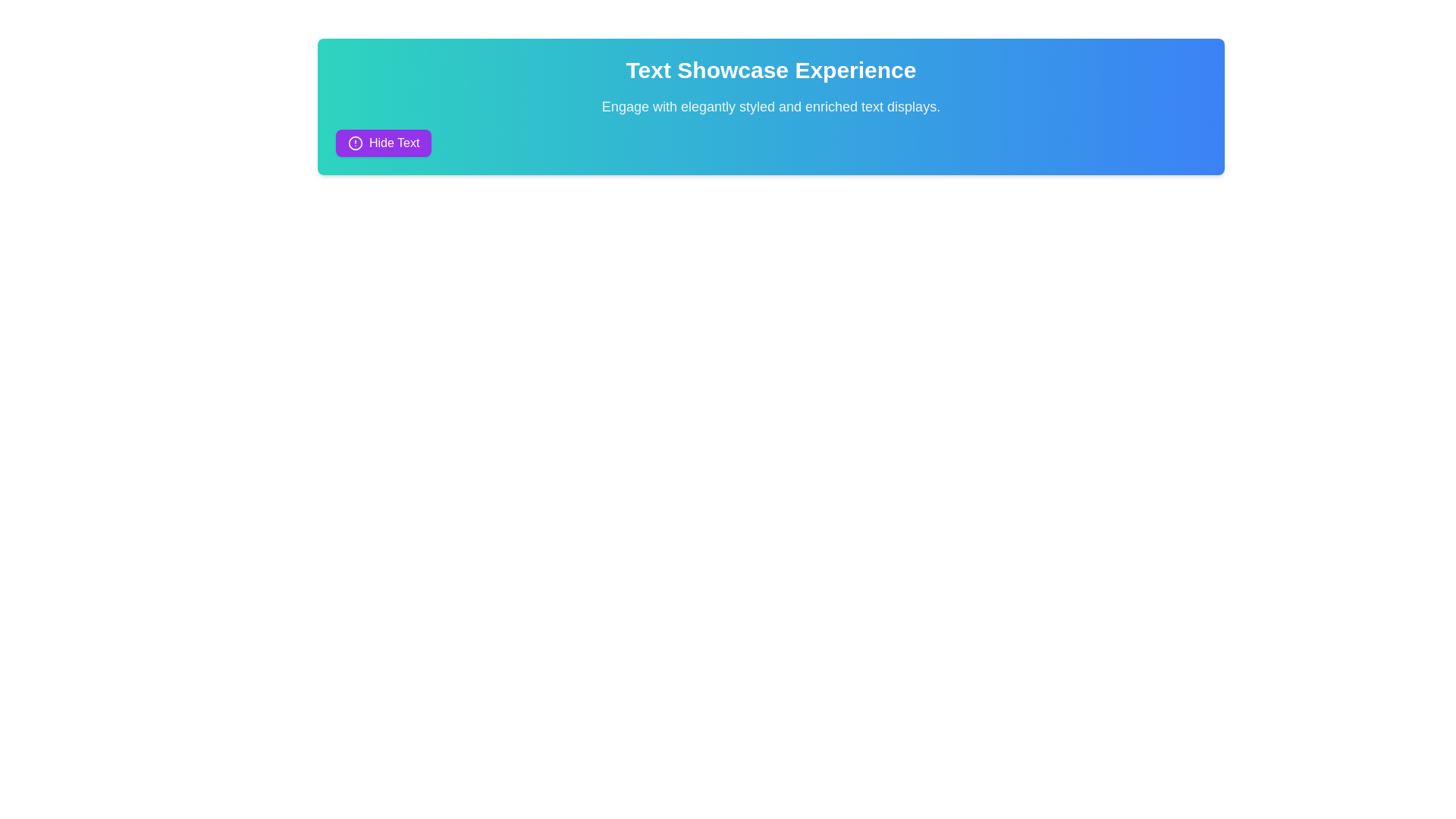 Image resolution: width=1456 pixels, height=819 pixels. What do you see at coordinates (771, 106) in the screenshot?
I see `the Label/Text Display element that contains the text 'Engage with elegantly styled and enriched text displays.'` at bounding box center [771, 106].